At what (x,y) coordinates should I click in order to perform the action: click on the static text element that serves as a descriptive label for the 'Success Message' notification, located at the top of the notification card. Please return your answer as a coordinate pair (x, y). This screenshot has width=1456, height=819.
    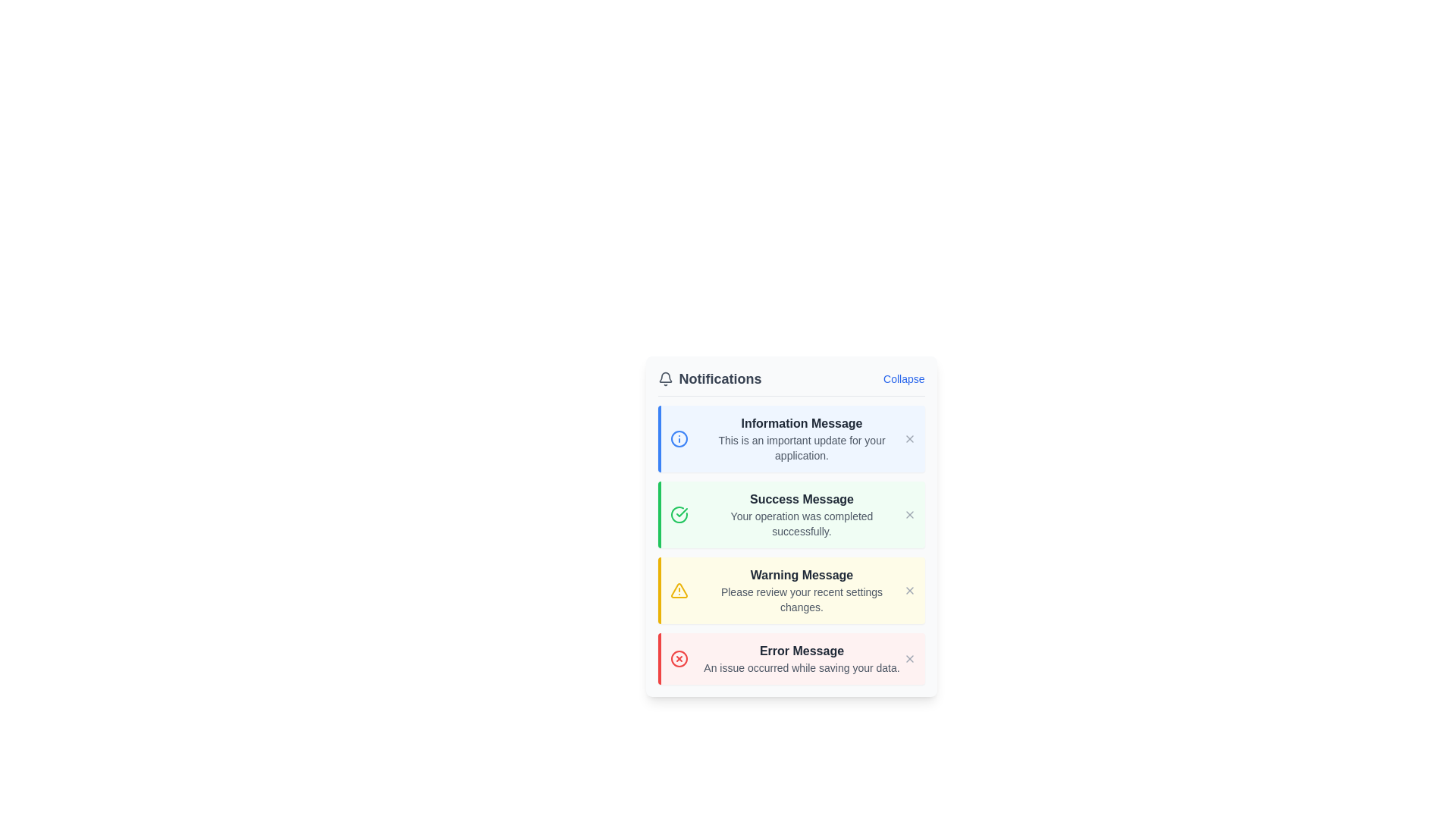
    Looking at the image, I should click on (801, 500).